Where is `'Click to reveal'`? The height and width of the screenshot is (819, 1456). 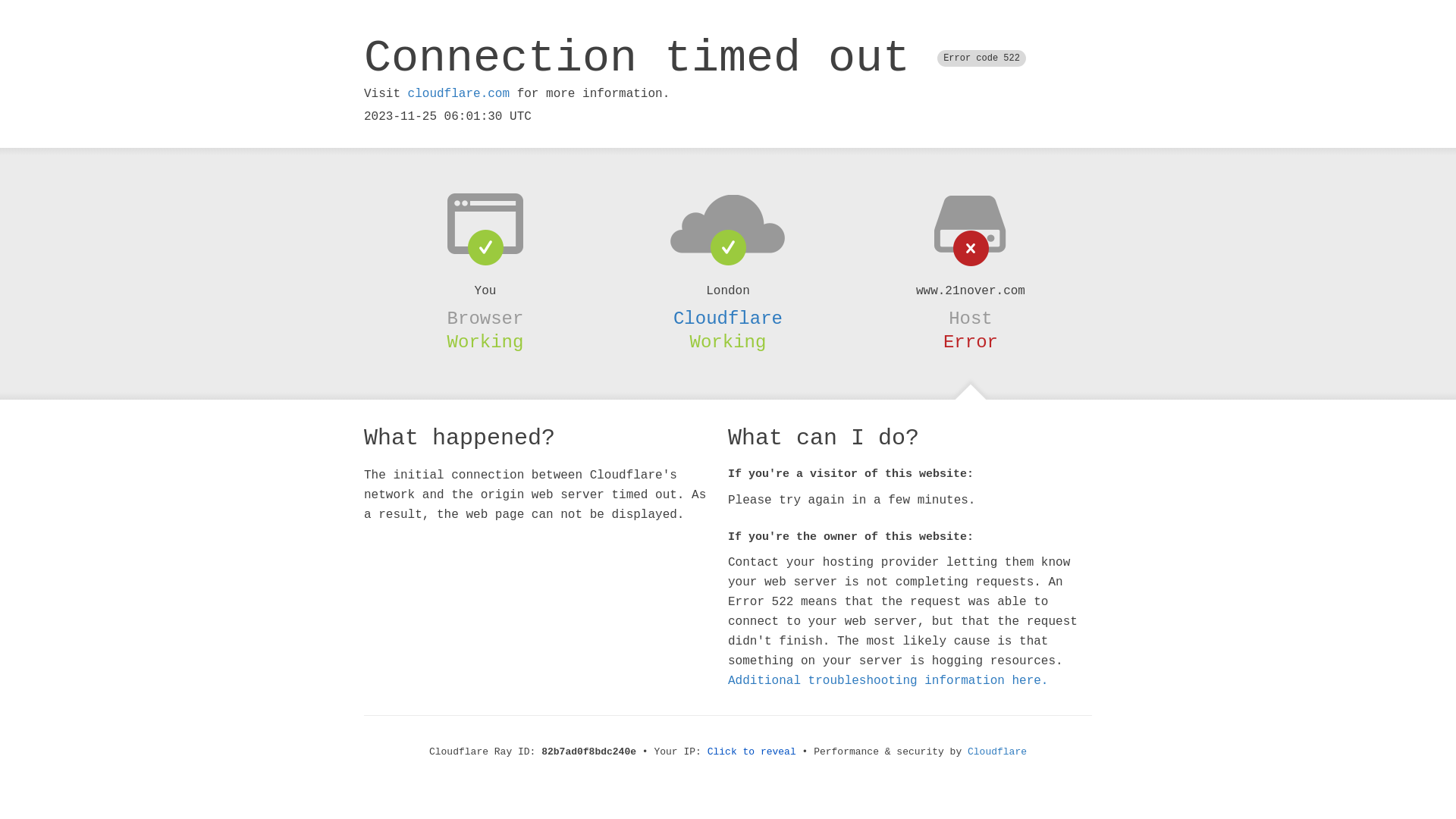
'Click to reveal' is located at coordinates (752, 752).